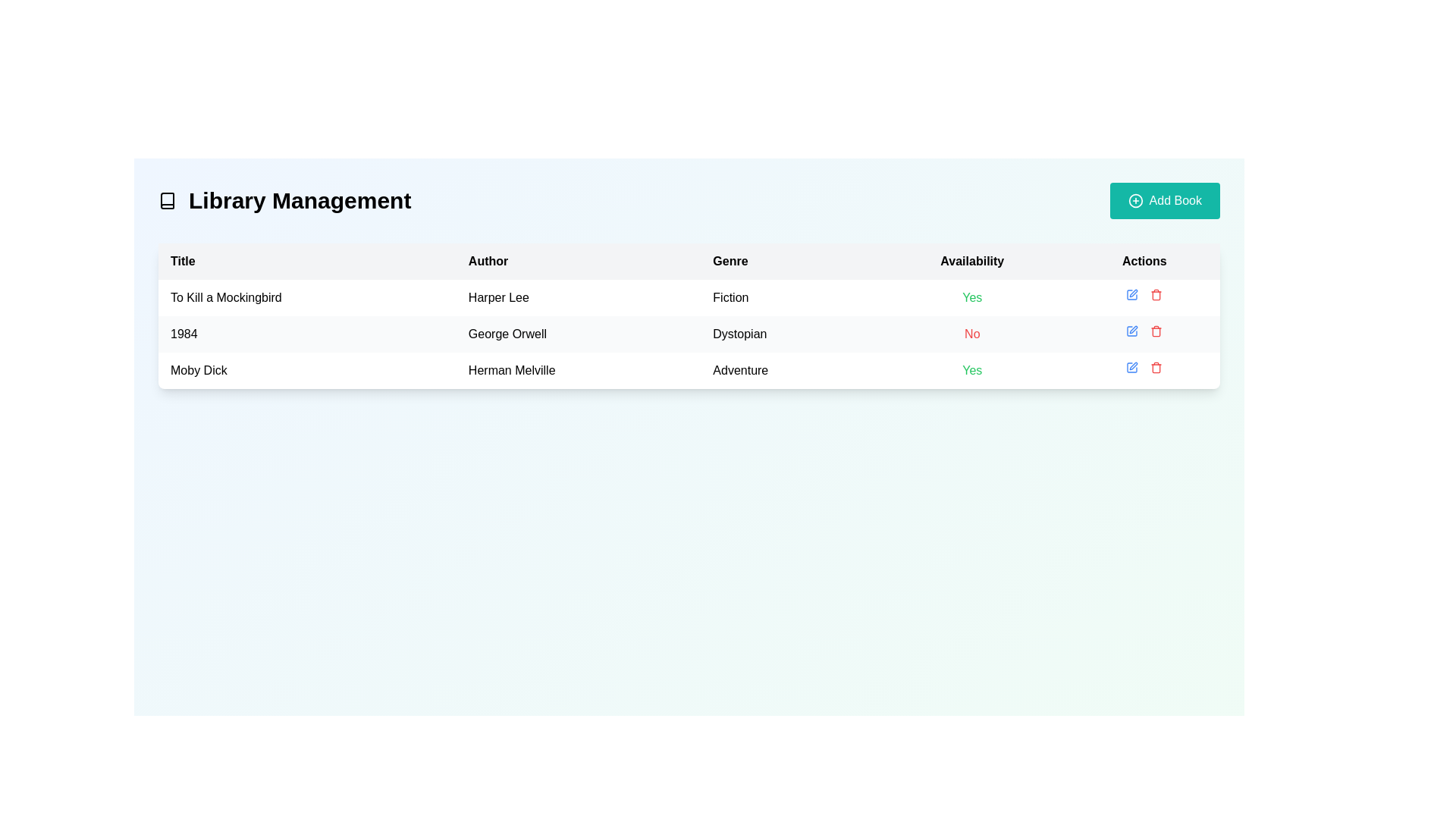  Describe the element at coordinates (688, 298) in the screenshot. I see `the first row of the table that contains the book 'To Kill a Mockingbird' by Harper Lee, categorized as 'Fiction', with 'Yes' indicating availability` at that location.